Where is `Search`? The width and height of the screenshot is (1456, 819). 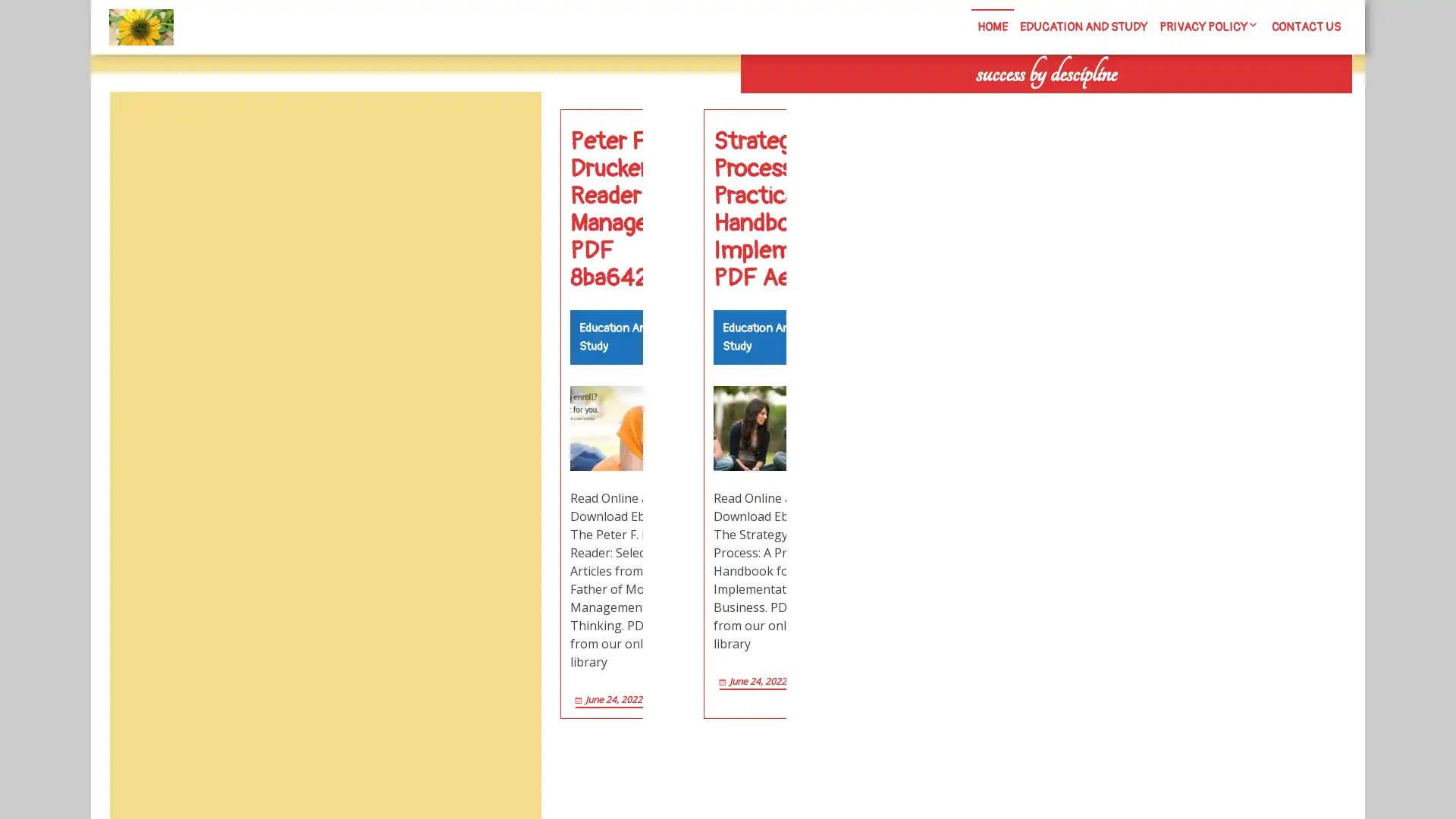
Search is located at coordinates (1181, 106).